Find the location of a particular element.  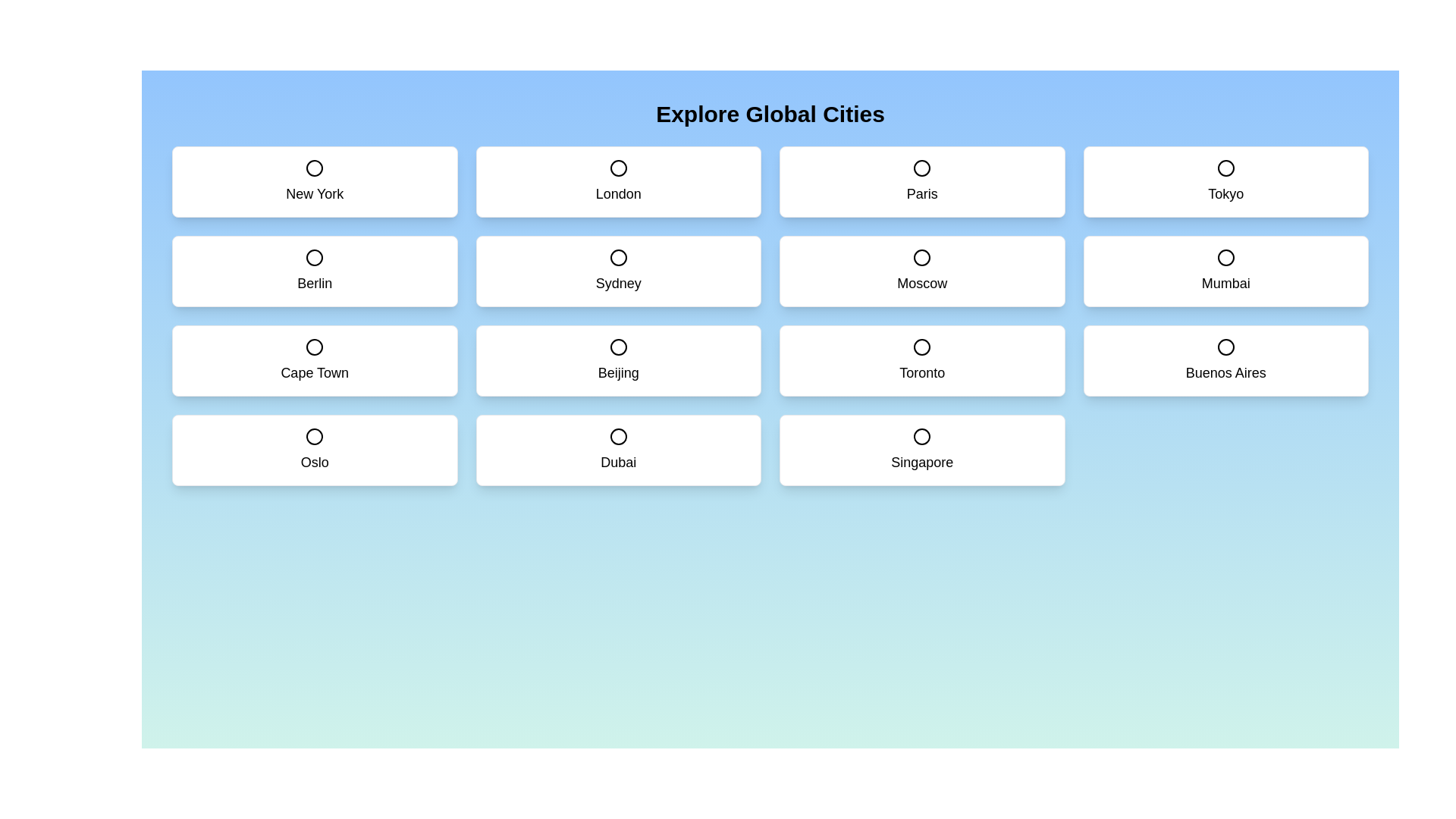

the city card labeled Dubai to toggle its selection state is located at coordinates (618, 450).